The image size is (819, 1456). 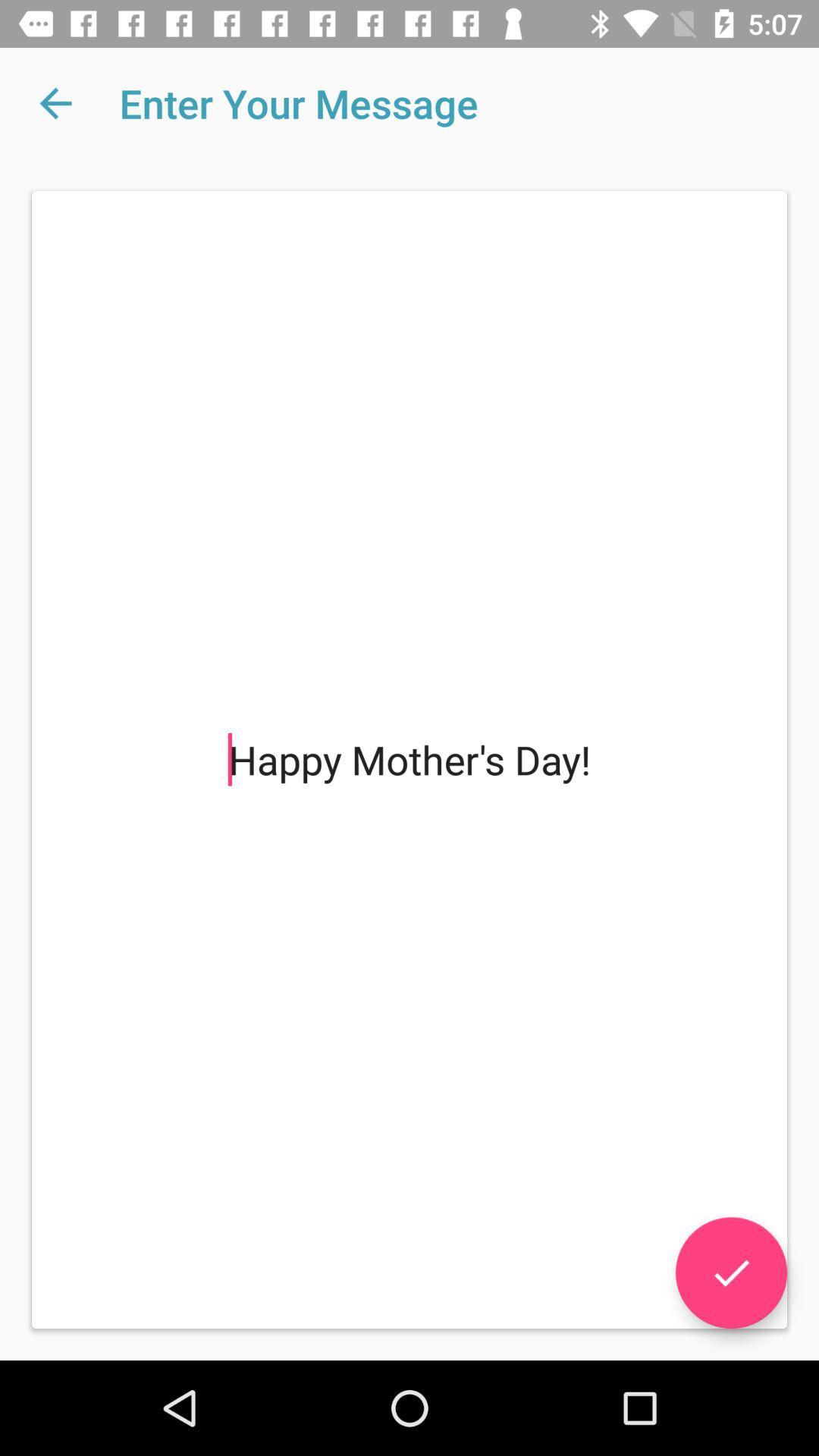 I want to click on the item to the left of enter your message app, so click(x=55, y=102).